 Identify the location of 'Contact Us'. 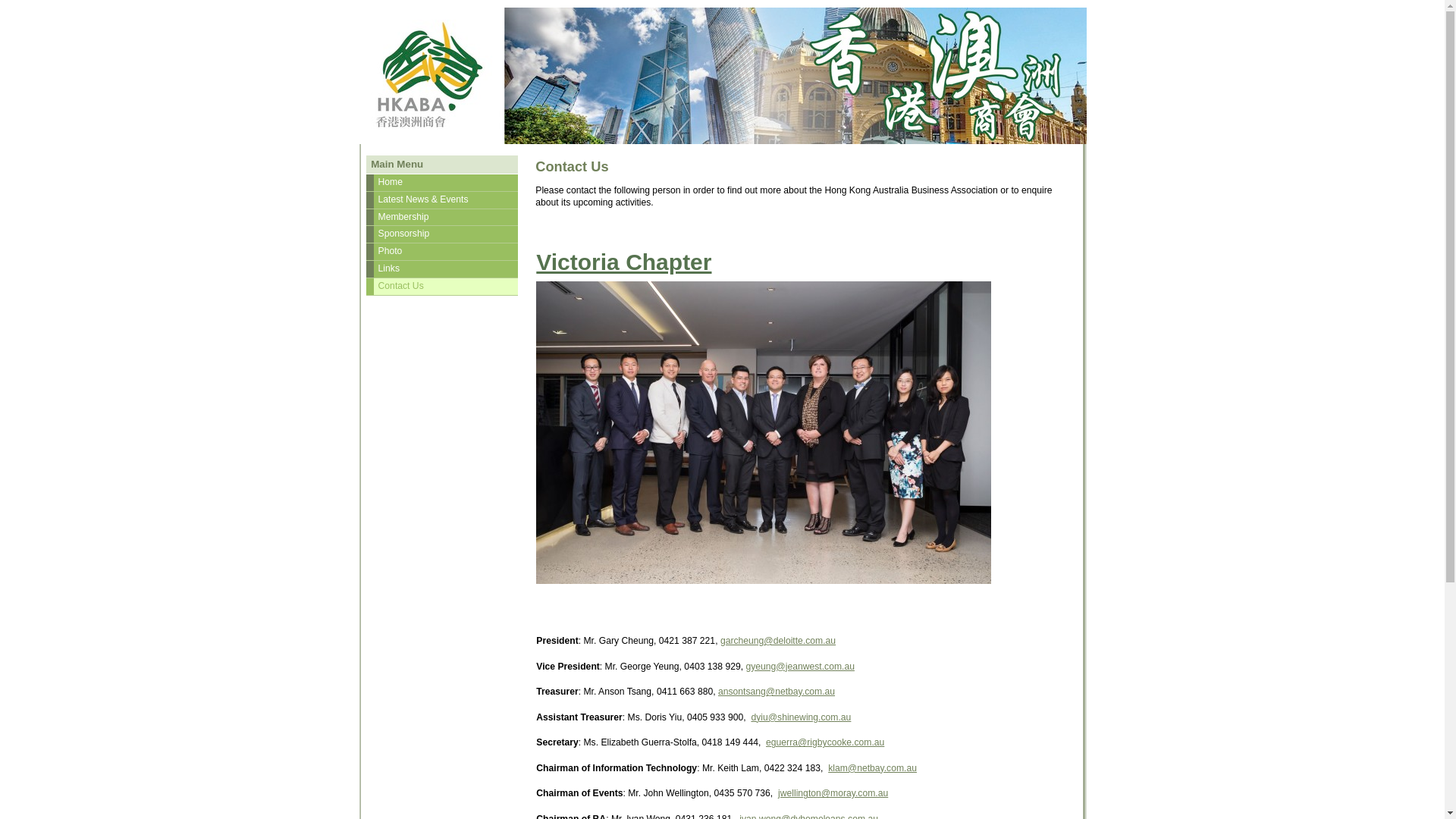
(441, 287).